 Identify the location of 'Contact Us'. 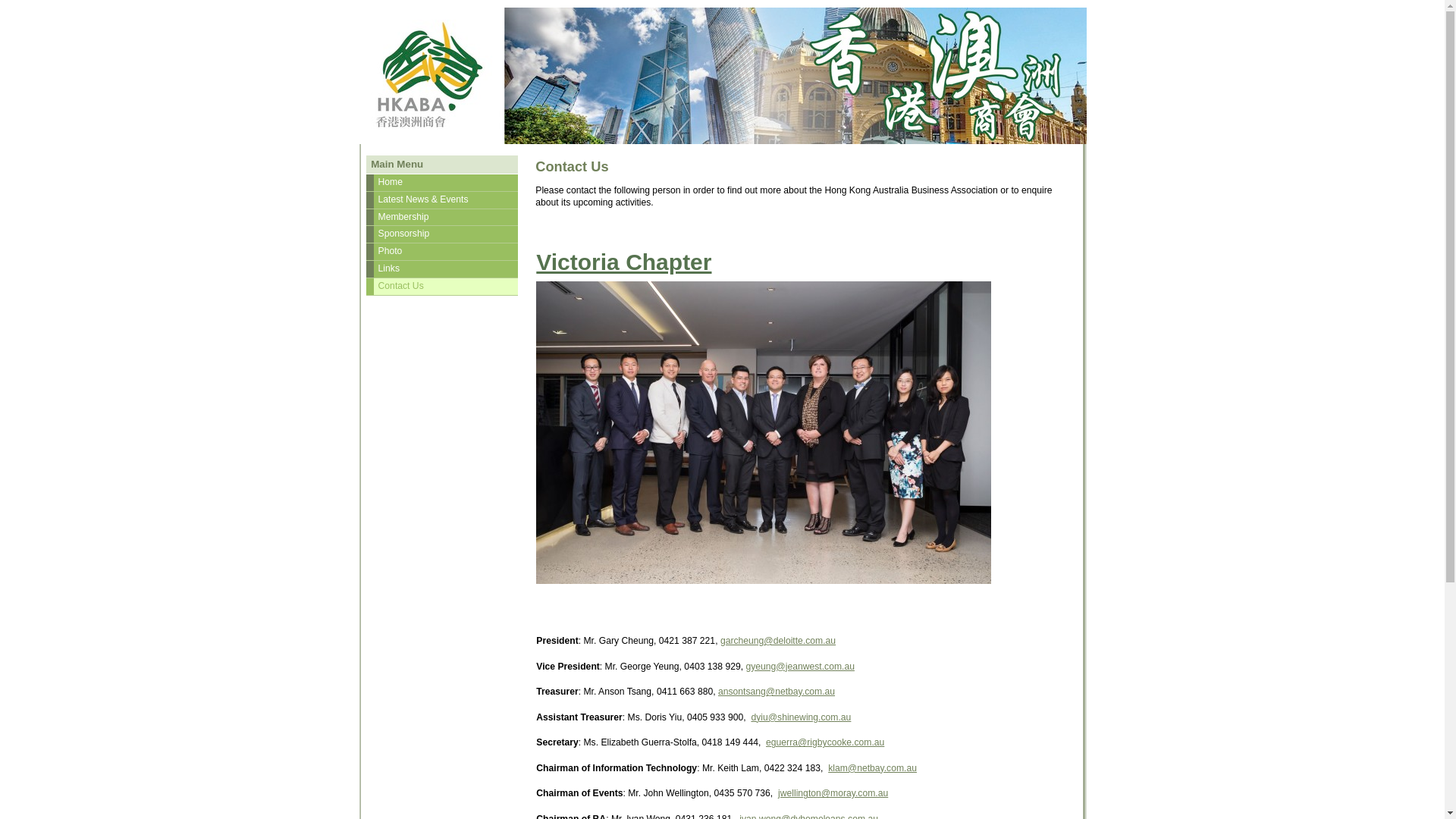
(441, 287).